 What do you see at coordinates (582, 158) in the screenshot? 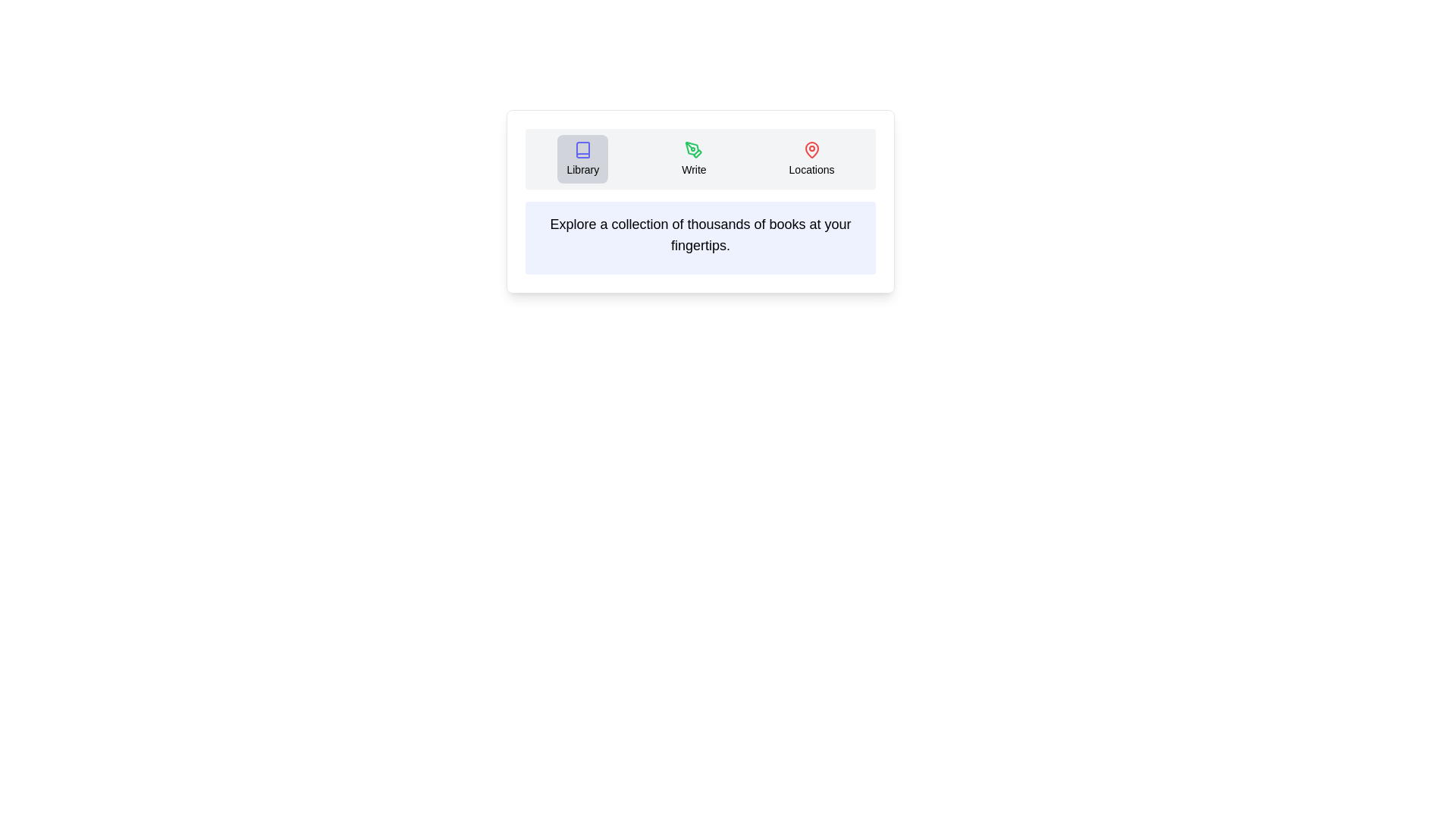
I see `the tab labeled Library` at bounding box center [582, 158].